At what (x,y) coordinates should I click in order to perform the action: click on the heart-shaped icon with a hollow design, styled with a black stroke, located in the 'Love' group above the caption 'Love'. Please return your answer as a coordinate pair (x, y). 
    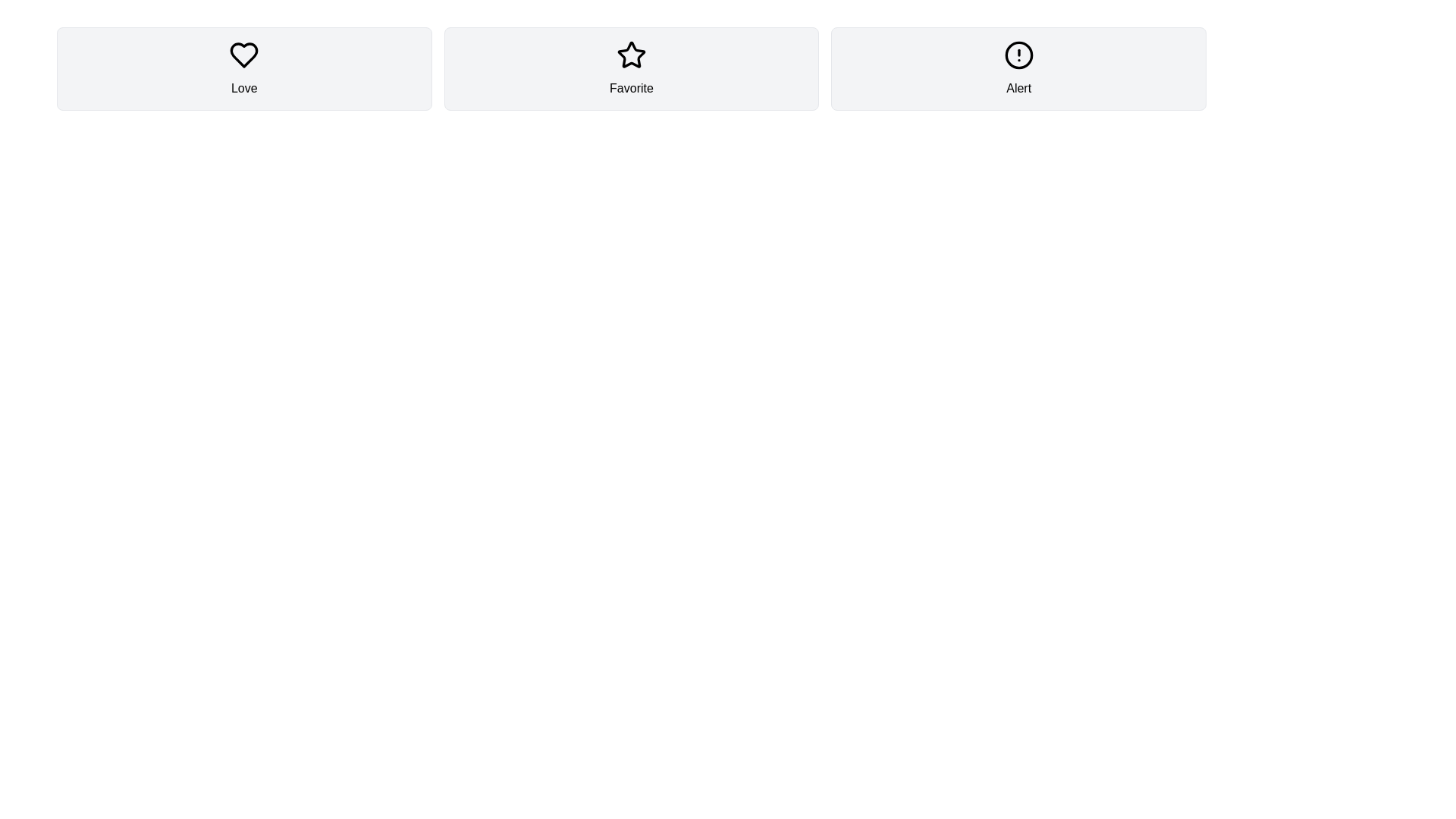
    Looking at the image, I should click on (243, 55).